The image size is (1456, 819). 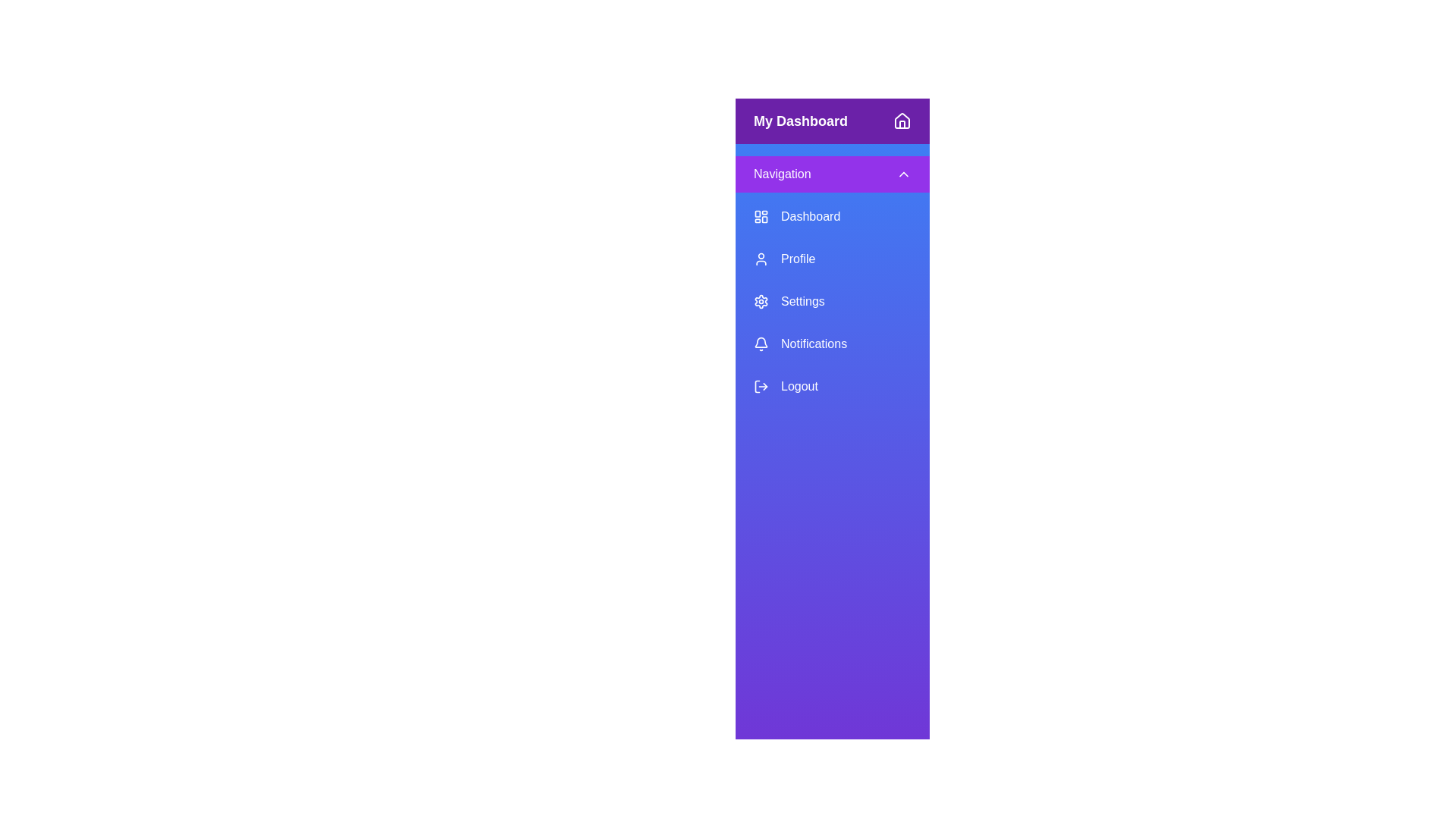 What do you see at coordinates (832, 301) in the screenshot?
I see `the button-like navigation link for 'Settings' in the vertical navigation menu` at bounding box center [832, 301].